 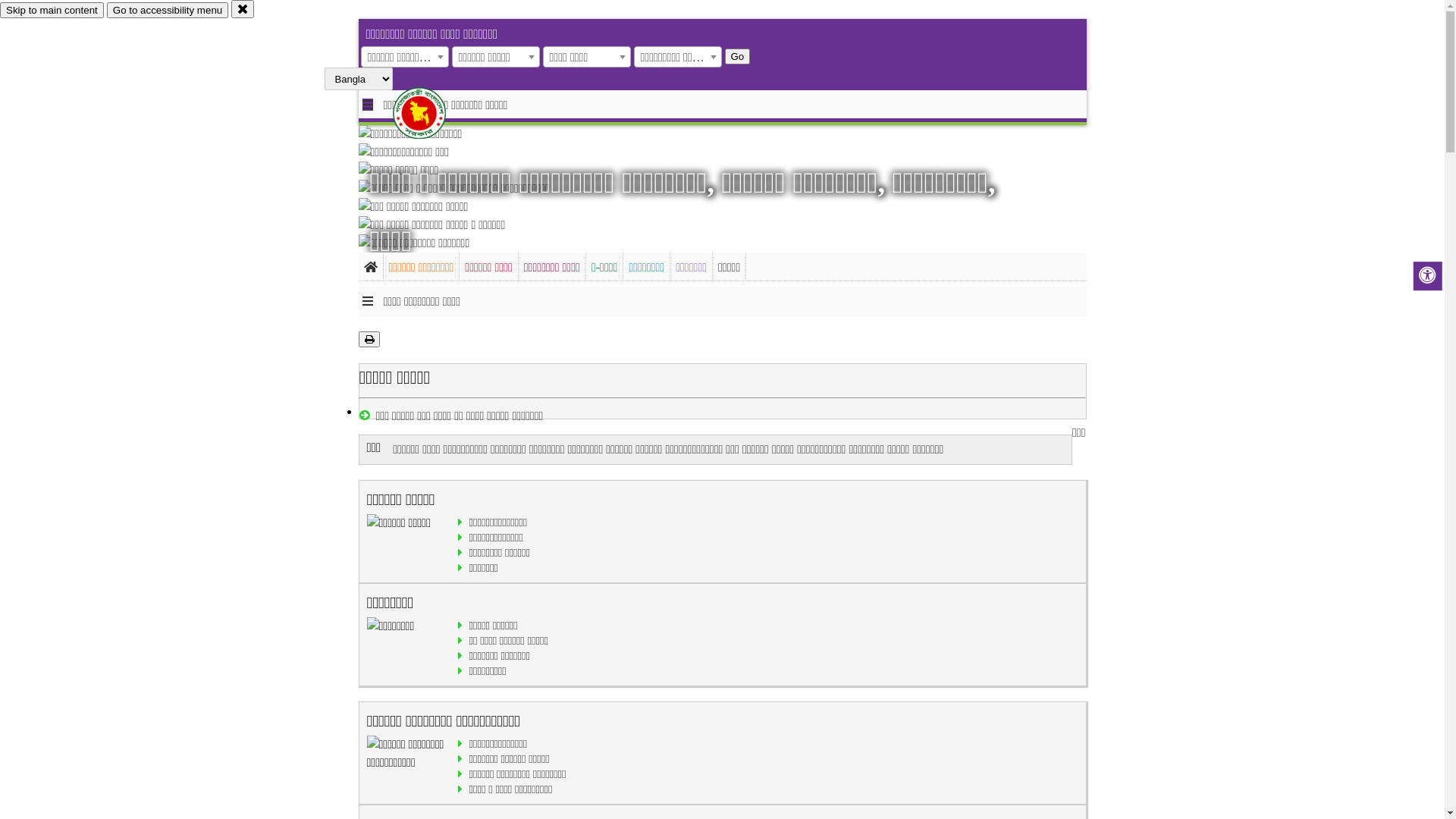 What do you see at coordinates (738, 55) in the screenshot?
I see `'Go'` at bounding box center [738, 55].